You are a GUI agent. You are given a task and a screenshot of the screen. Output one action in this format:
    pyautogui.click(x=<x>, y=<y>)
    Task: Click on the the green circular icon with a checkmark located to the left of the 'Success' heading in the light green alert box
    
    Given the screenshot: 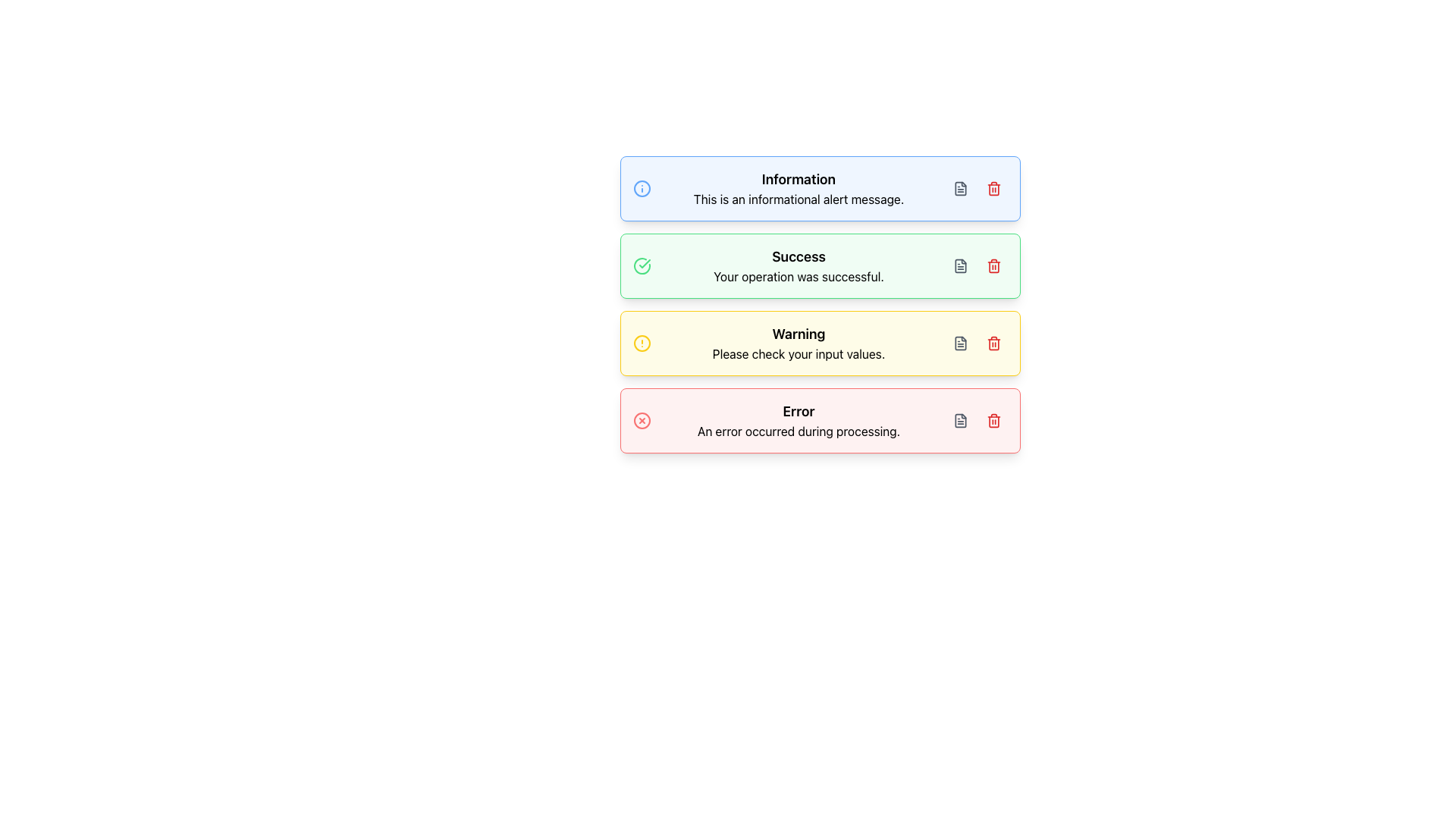 What is the action you would take?
    pyautogui.click(x=642, y=265)
    